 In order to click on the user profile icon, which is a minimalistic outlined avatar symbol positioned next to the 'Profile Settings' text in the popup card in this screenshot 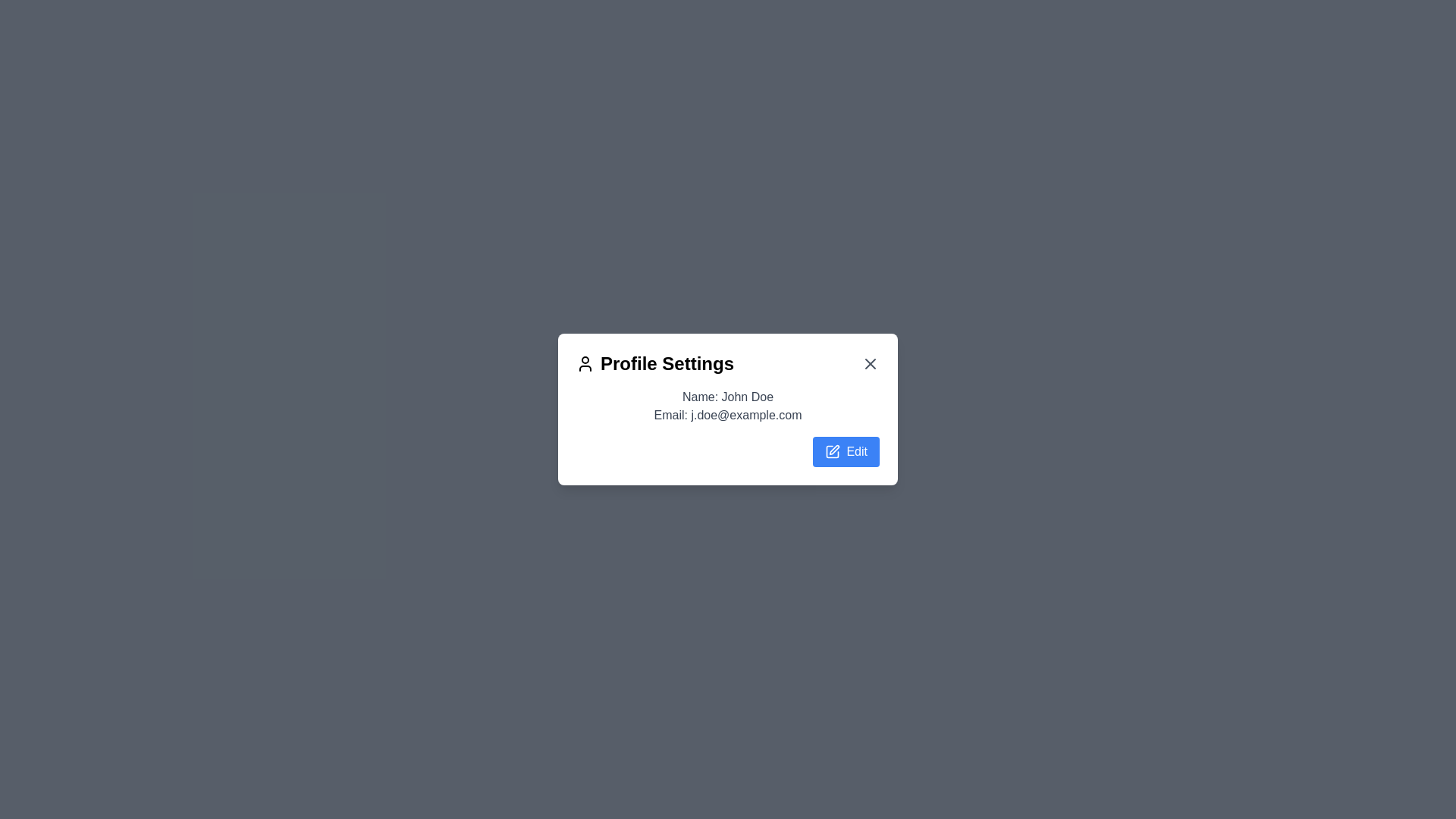, I will do `click(585, 363)`.